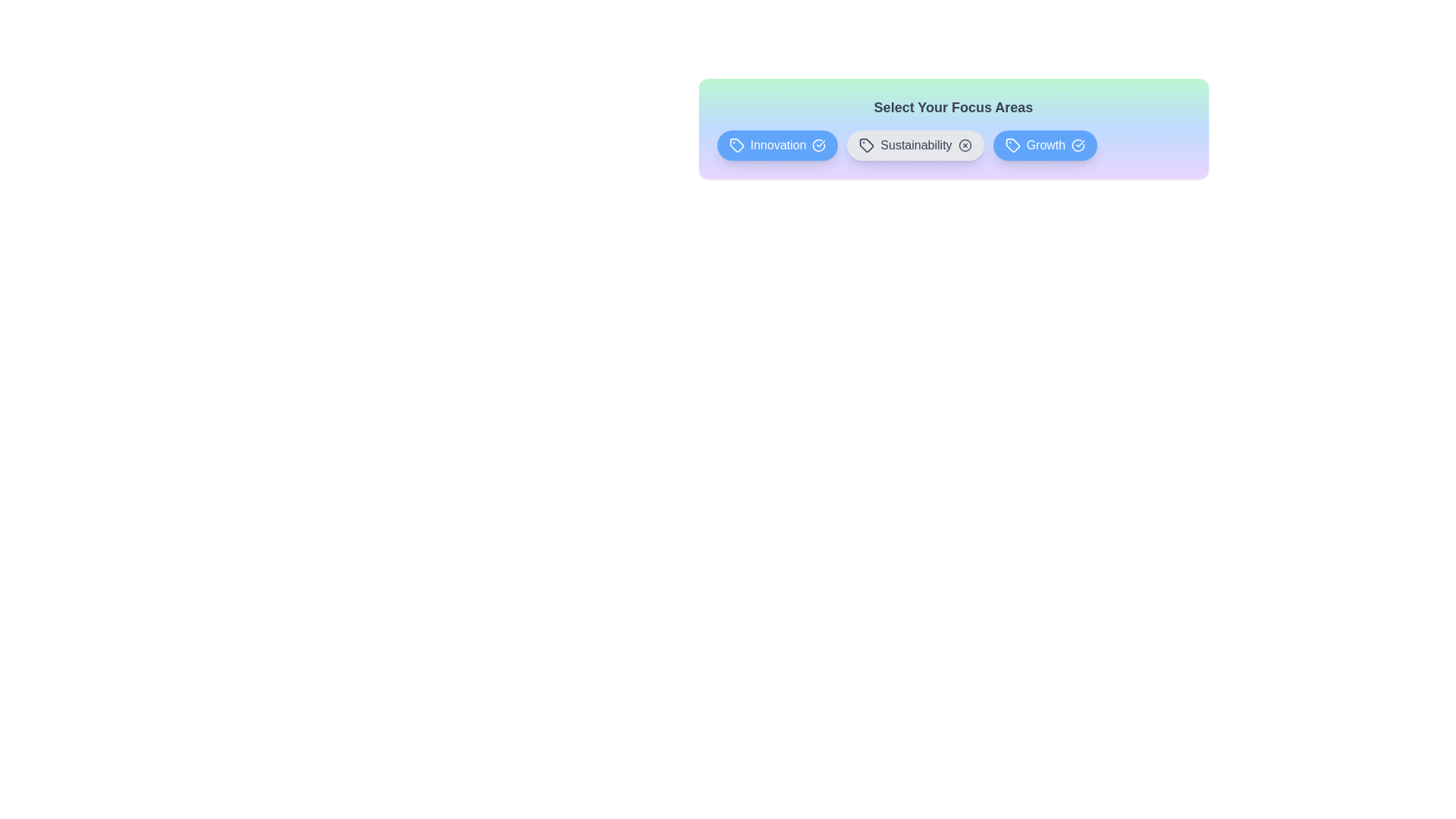 The image size is (1456, 819). I want to click on the tag Innovation, so click(777, 146).